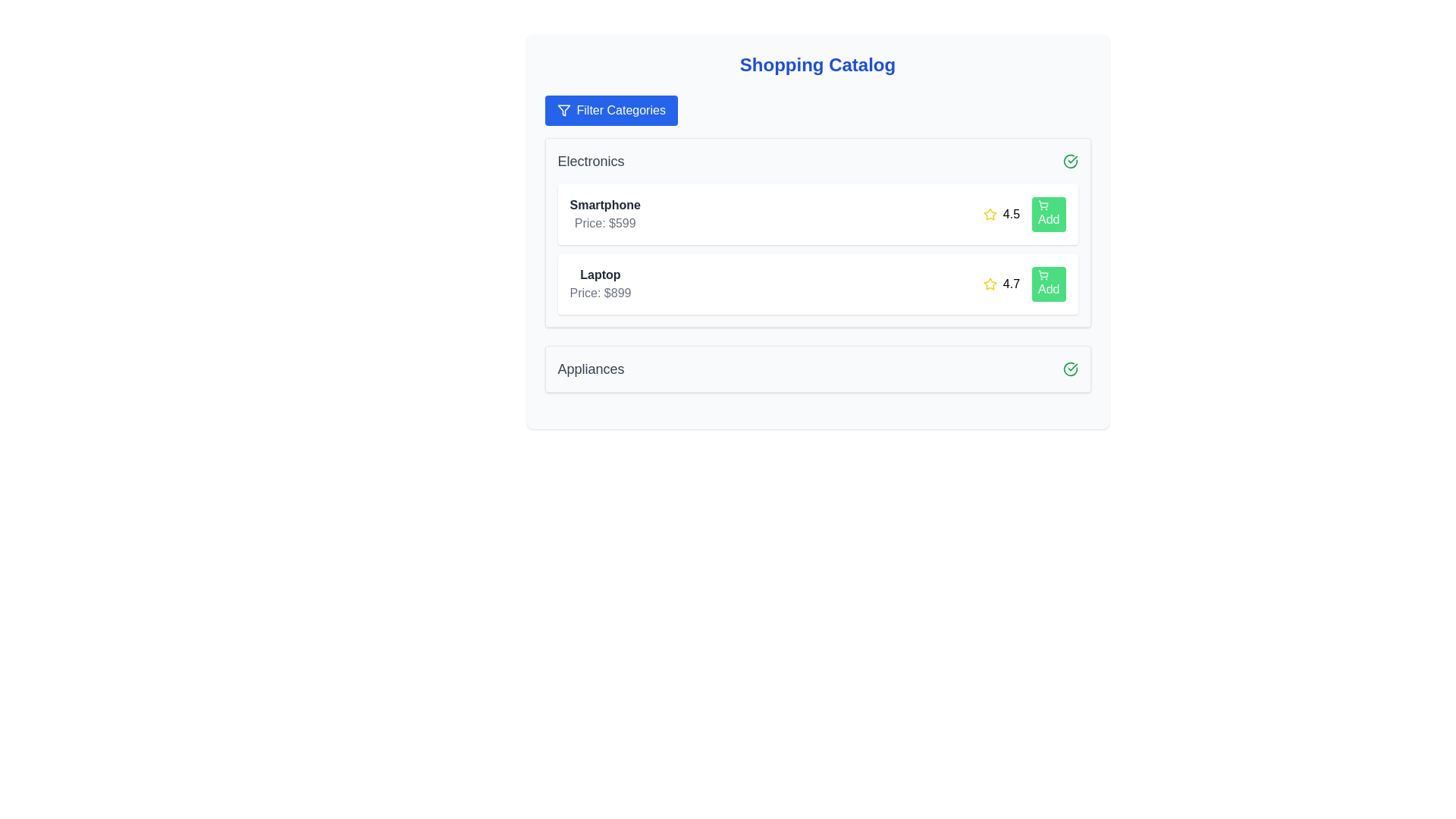  What do you see at coordinates (1028, 214) in the screenshot?
I see `the rating of the selected product to 5 stars` at bounding box center [1028, 214].